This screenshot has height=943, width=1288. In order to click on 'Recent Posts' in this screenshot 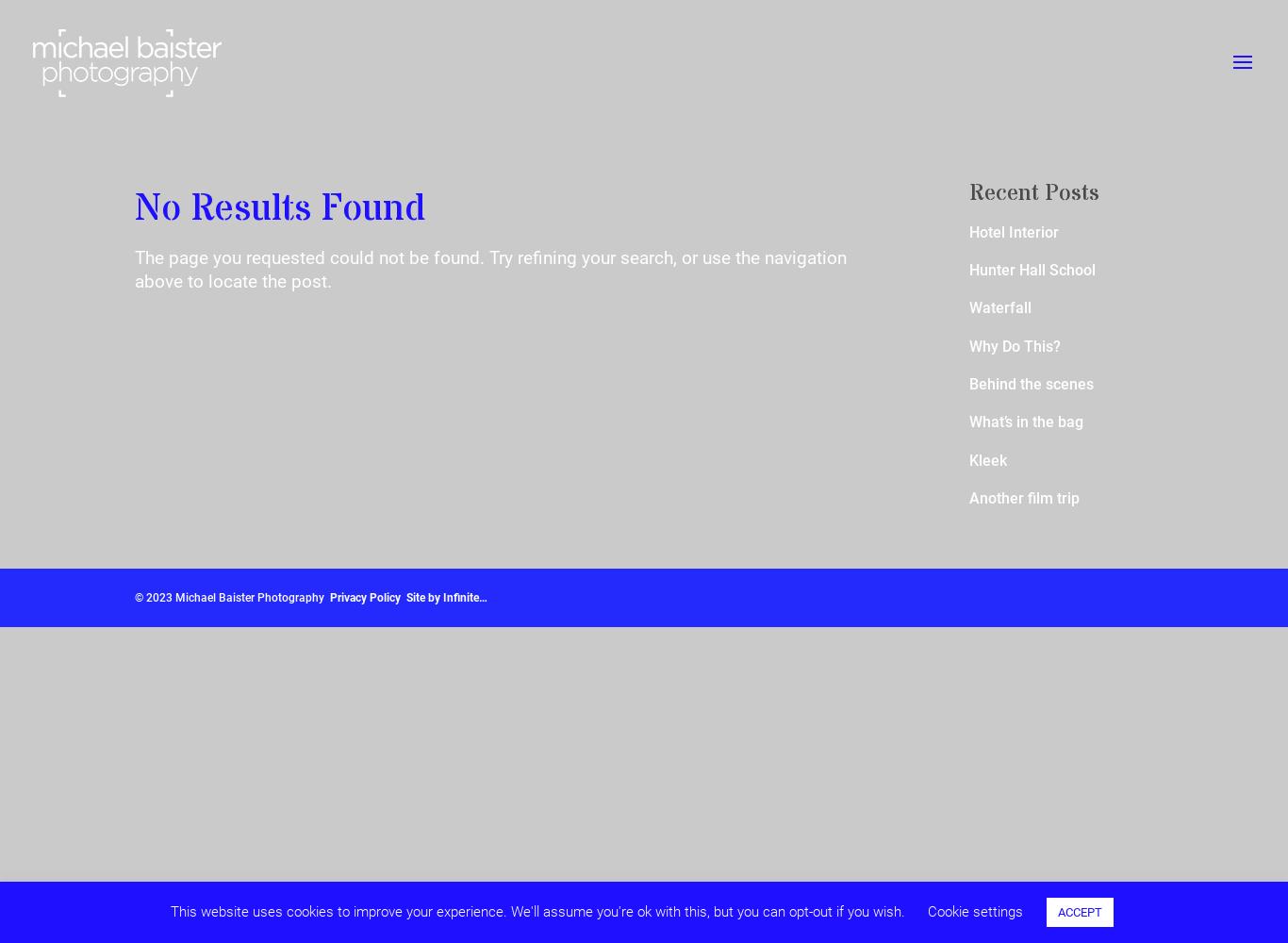, I will do `click(1032, 192)`.